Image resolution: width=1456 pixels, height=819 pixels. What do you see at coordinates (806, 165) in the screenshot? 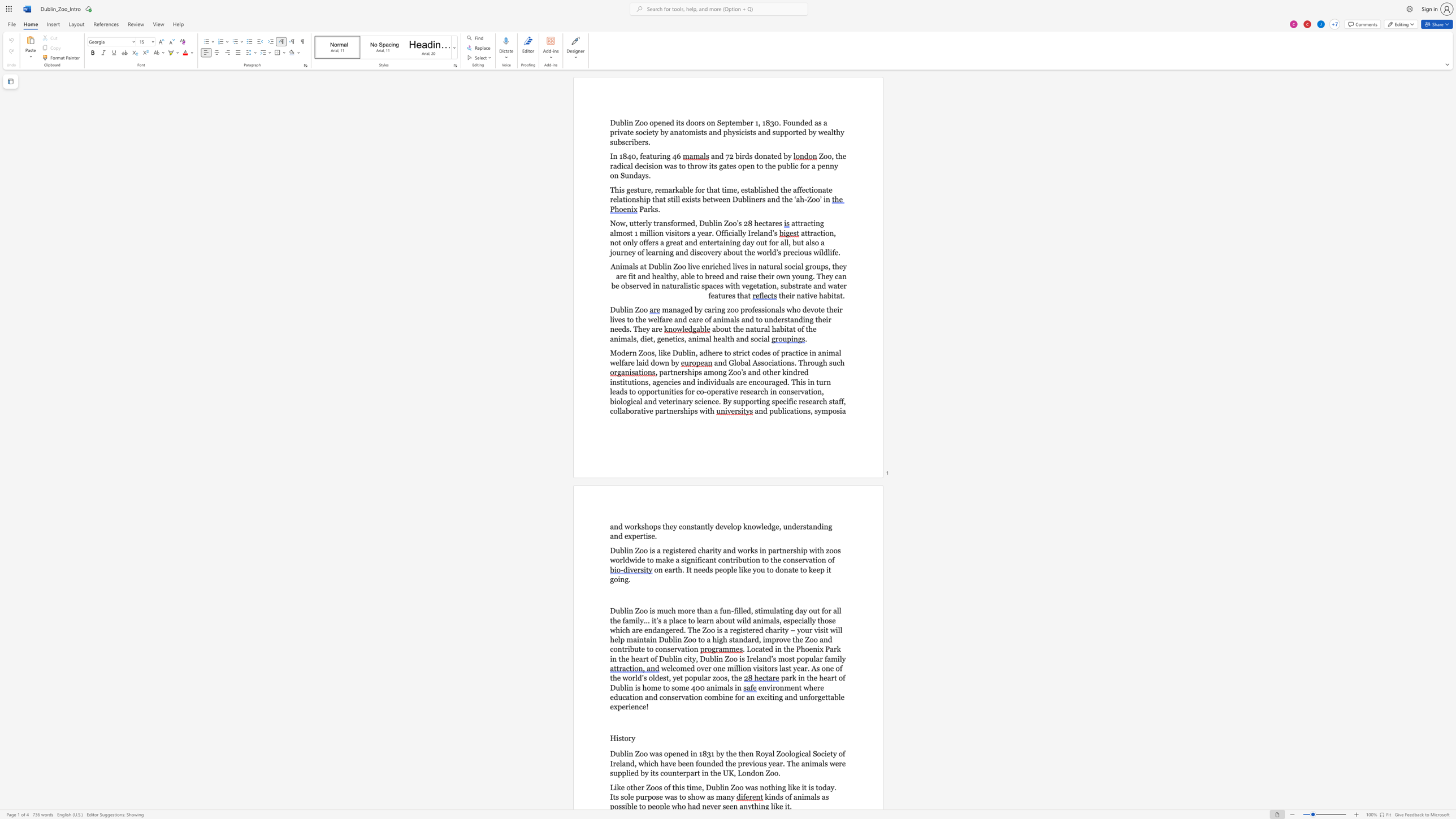
I see `the space between the continuous character "o" and "r" in the text` at bounding box center [806, 165].